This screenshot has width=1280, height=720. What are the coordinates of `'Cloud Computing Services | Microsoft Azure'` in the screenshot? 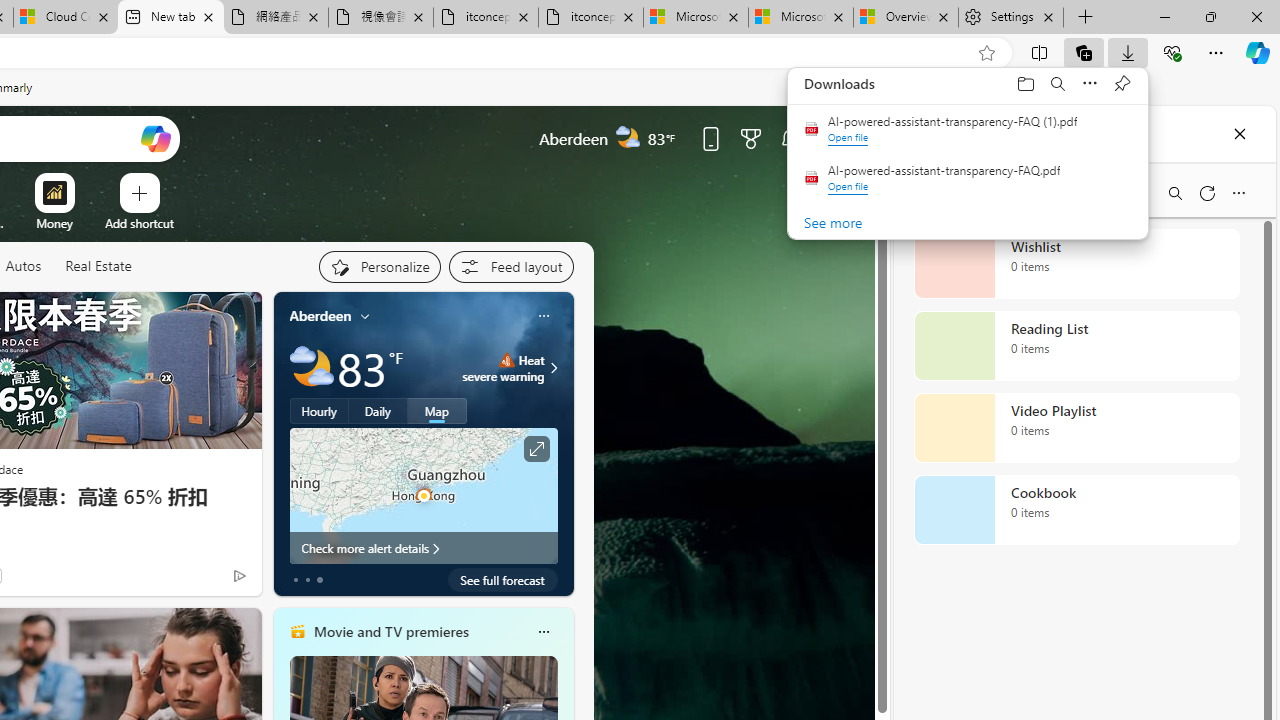 It's located at (65, 17).